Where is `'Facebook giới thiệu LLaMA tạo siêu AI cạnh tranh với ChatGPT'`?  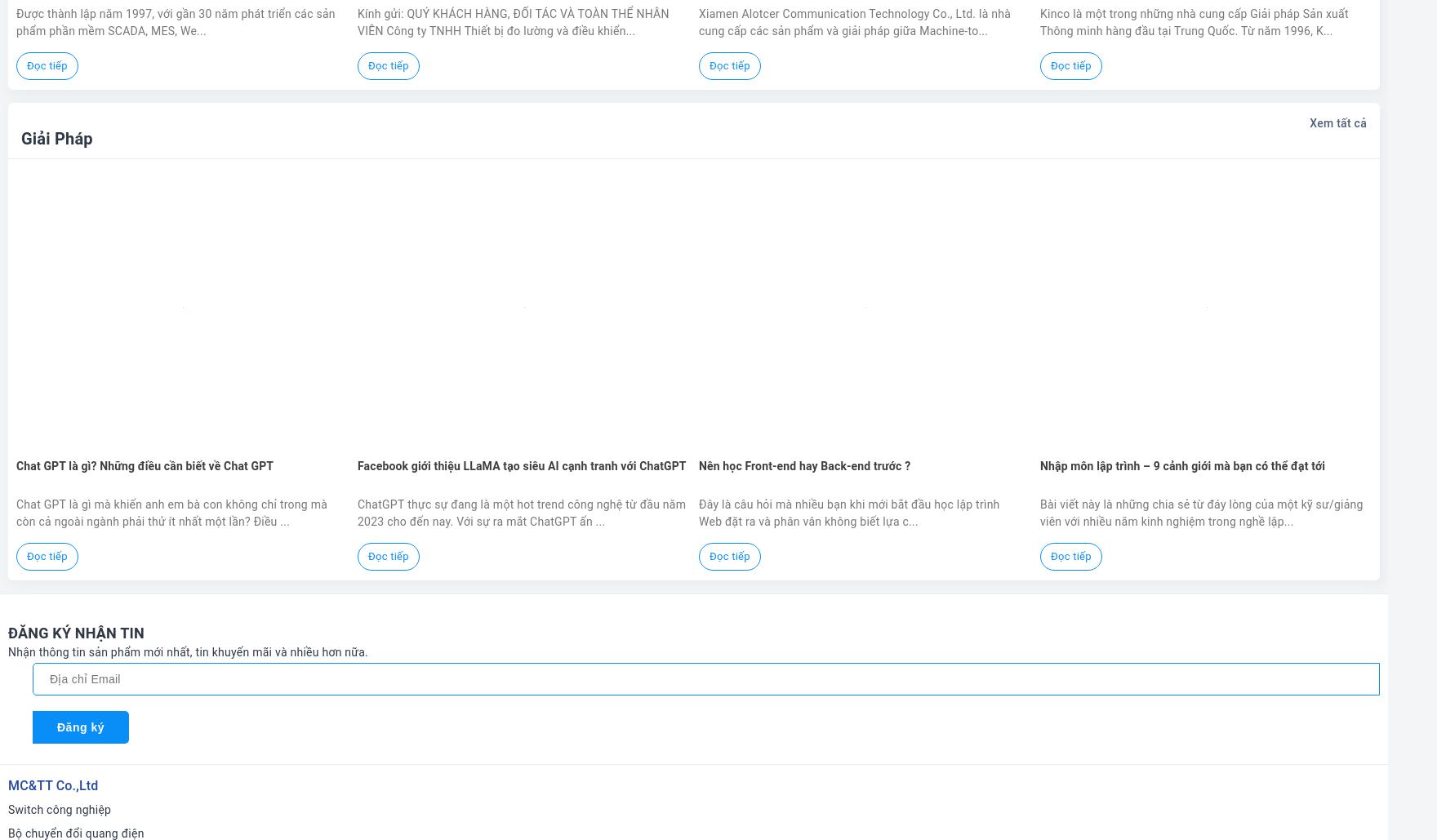
'Facebook giới thiệu LLaMA tạo siêu AI cạnh tranh với ChatGPT' is located at coordinates (522, 464).